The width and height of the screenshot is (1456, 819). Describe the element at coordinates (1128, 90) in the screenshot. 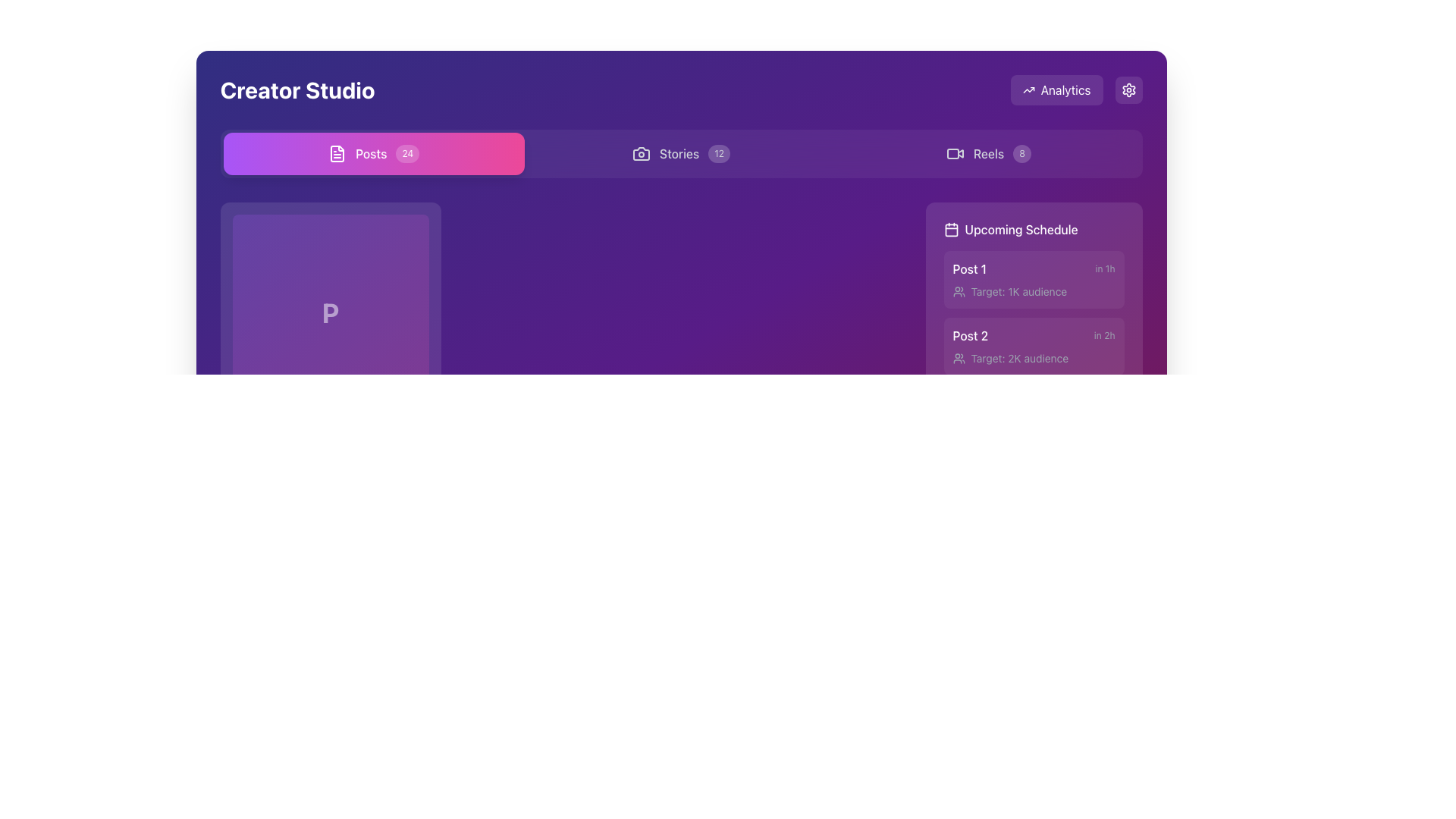

I see `the gear icon button located in the upper-right corner of the header to observe the background color change` at that location.